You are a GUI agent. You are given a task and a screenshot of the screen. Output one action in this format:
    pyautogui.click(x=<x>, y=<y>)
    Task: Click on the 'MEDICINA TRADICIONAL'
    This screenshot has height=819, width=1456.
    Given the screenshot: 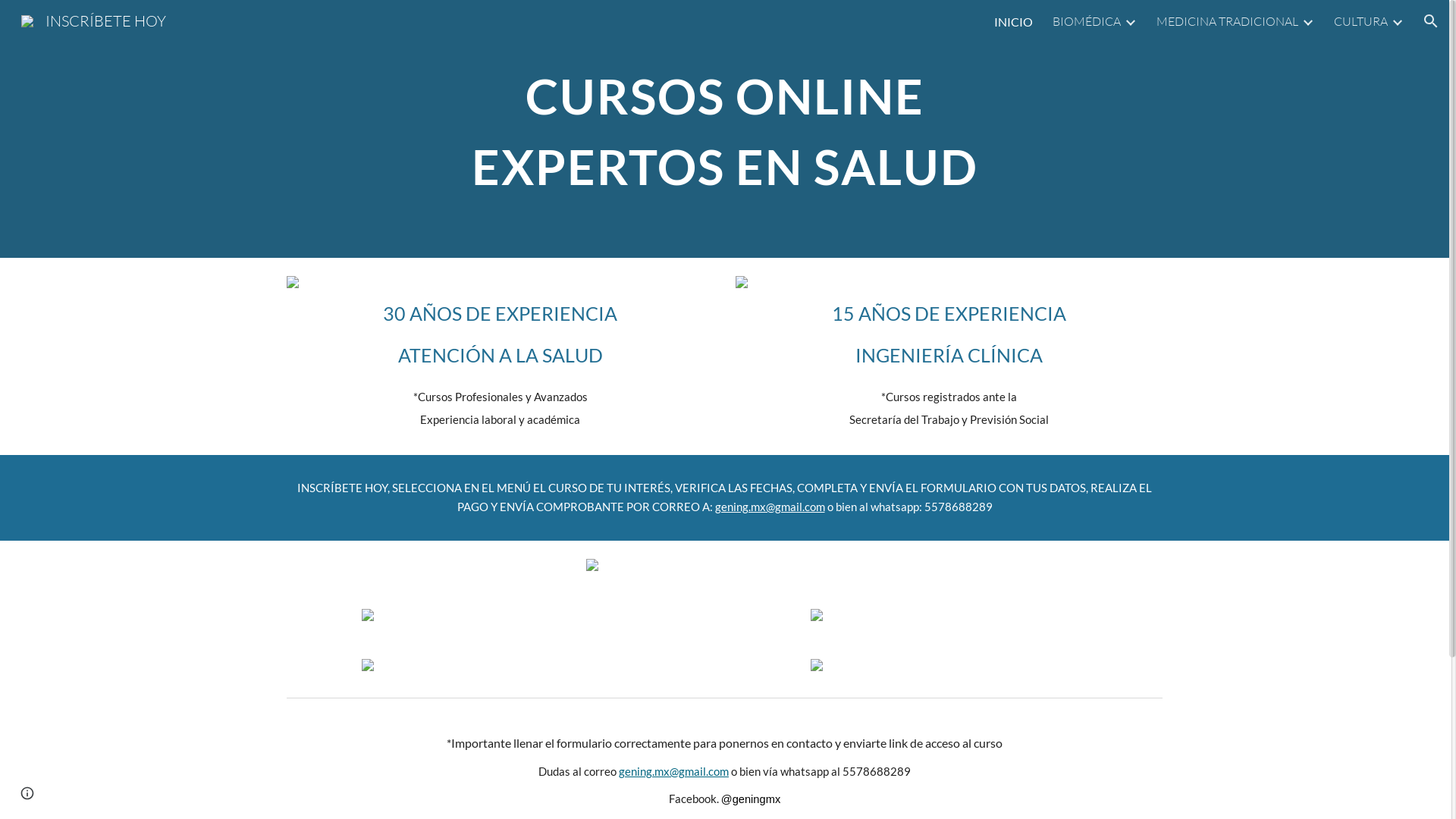 What is the action you would take?
    pyautogui.click(x=1156, y=20)
    